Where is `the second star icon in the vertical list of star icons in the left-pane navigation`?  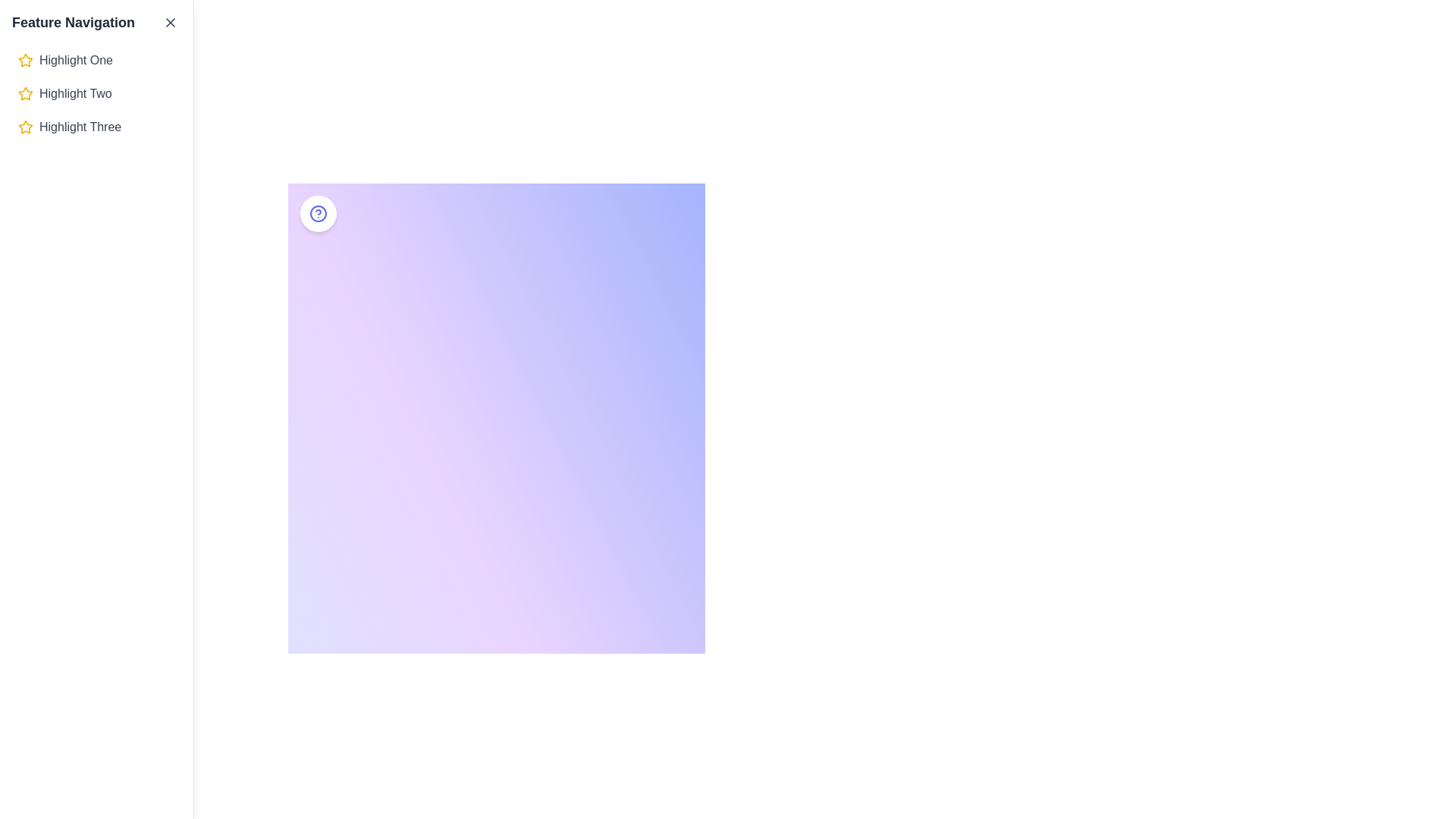 the second star icon in the vertical list of star icons in the left-pane navigation is located at coordinates (25, 93).